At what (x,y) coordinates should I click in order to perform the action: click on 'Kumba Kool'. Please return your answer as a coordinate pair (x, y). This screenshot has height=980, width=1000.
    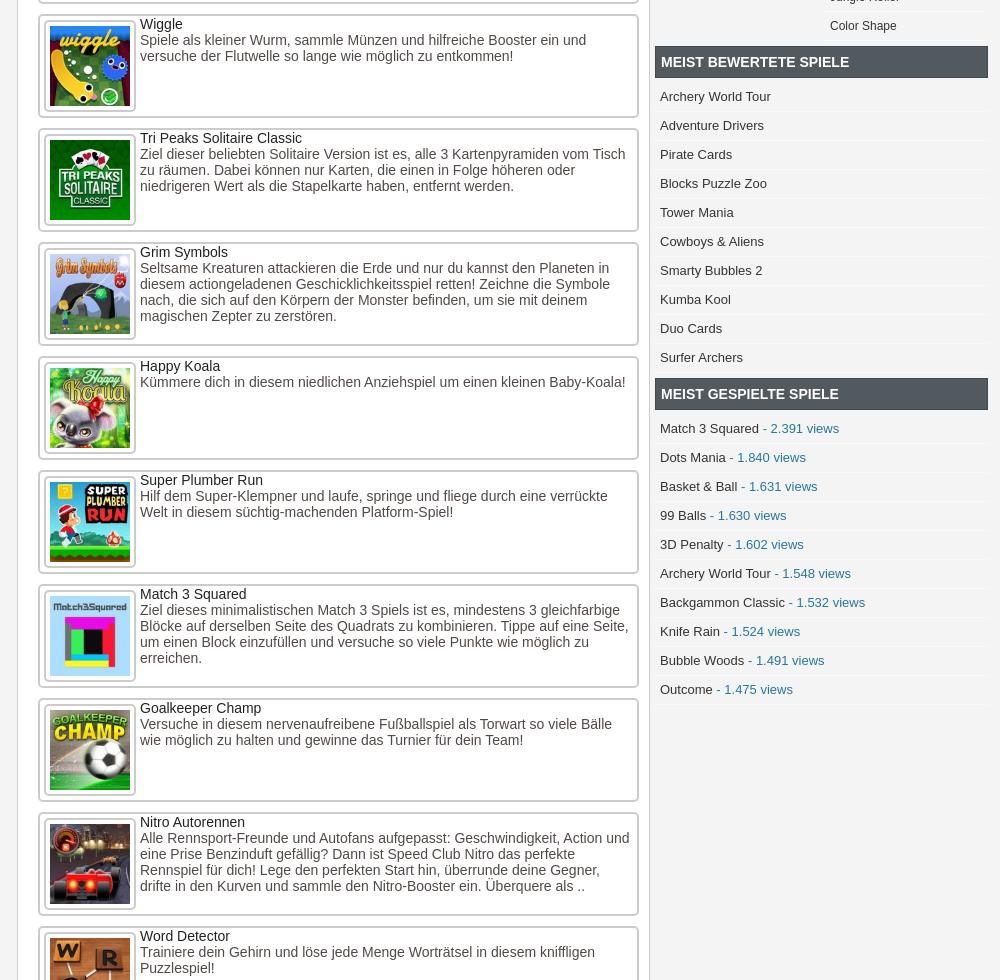
    Looking at the image, I should click on (660, 299).